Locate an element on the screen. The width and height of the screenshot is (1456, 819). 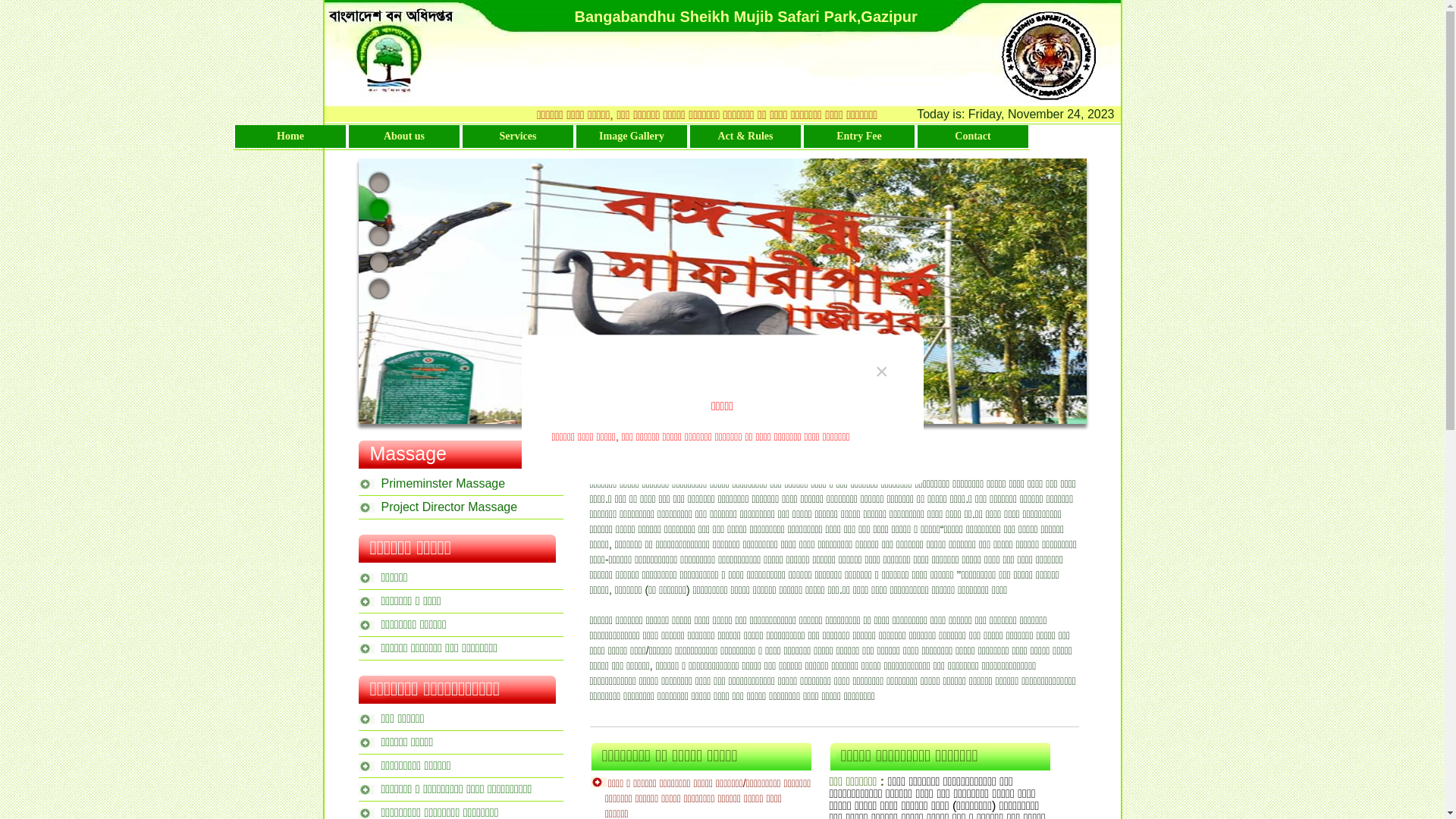
'Home' is located at coordinates (290, 136).